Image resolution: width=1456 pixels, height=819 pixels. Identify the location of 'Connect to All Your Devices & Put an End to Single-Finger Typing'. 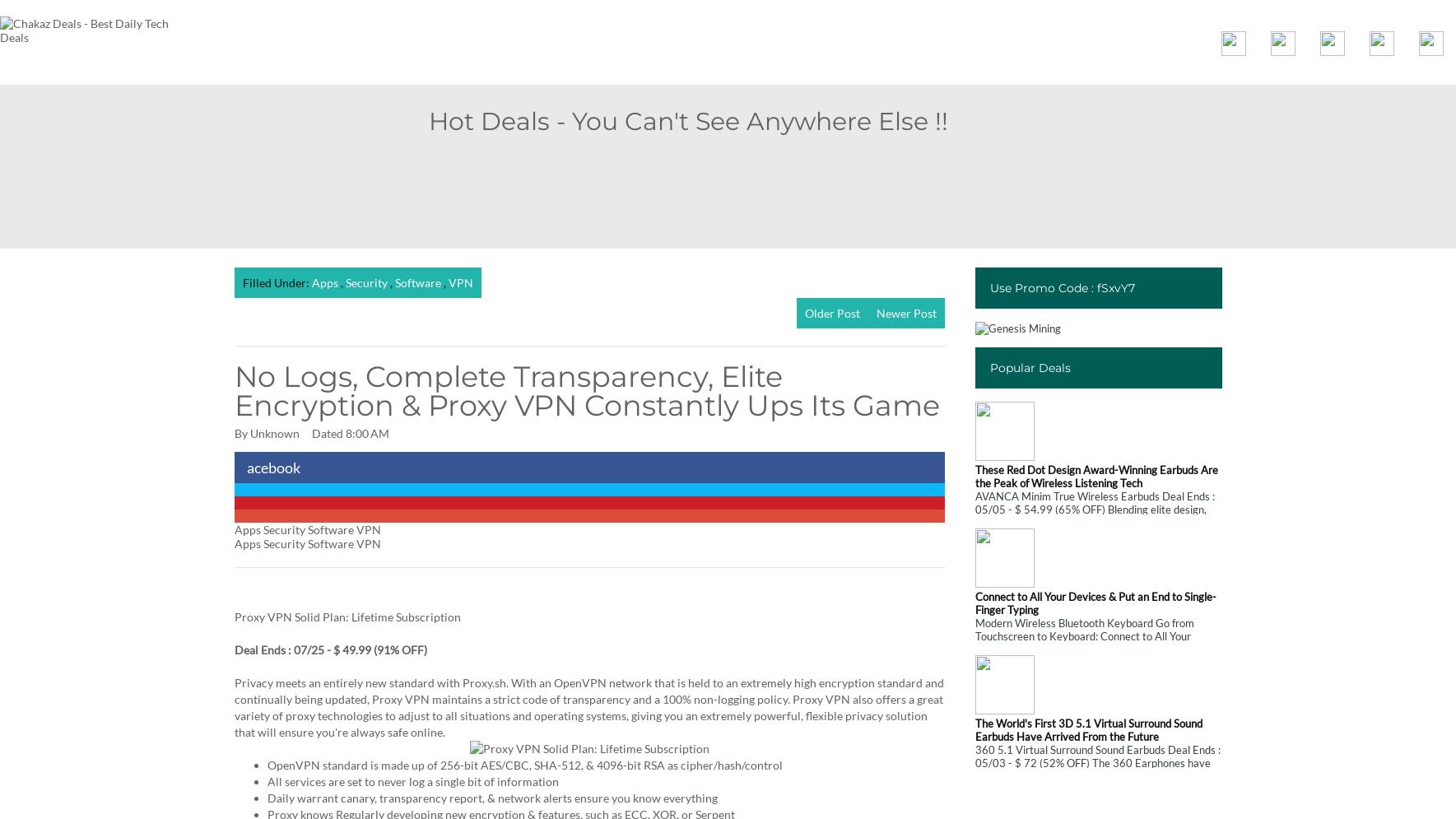
(973, 603).